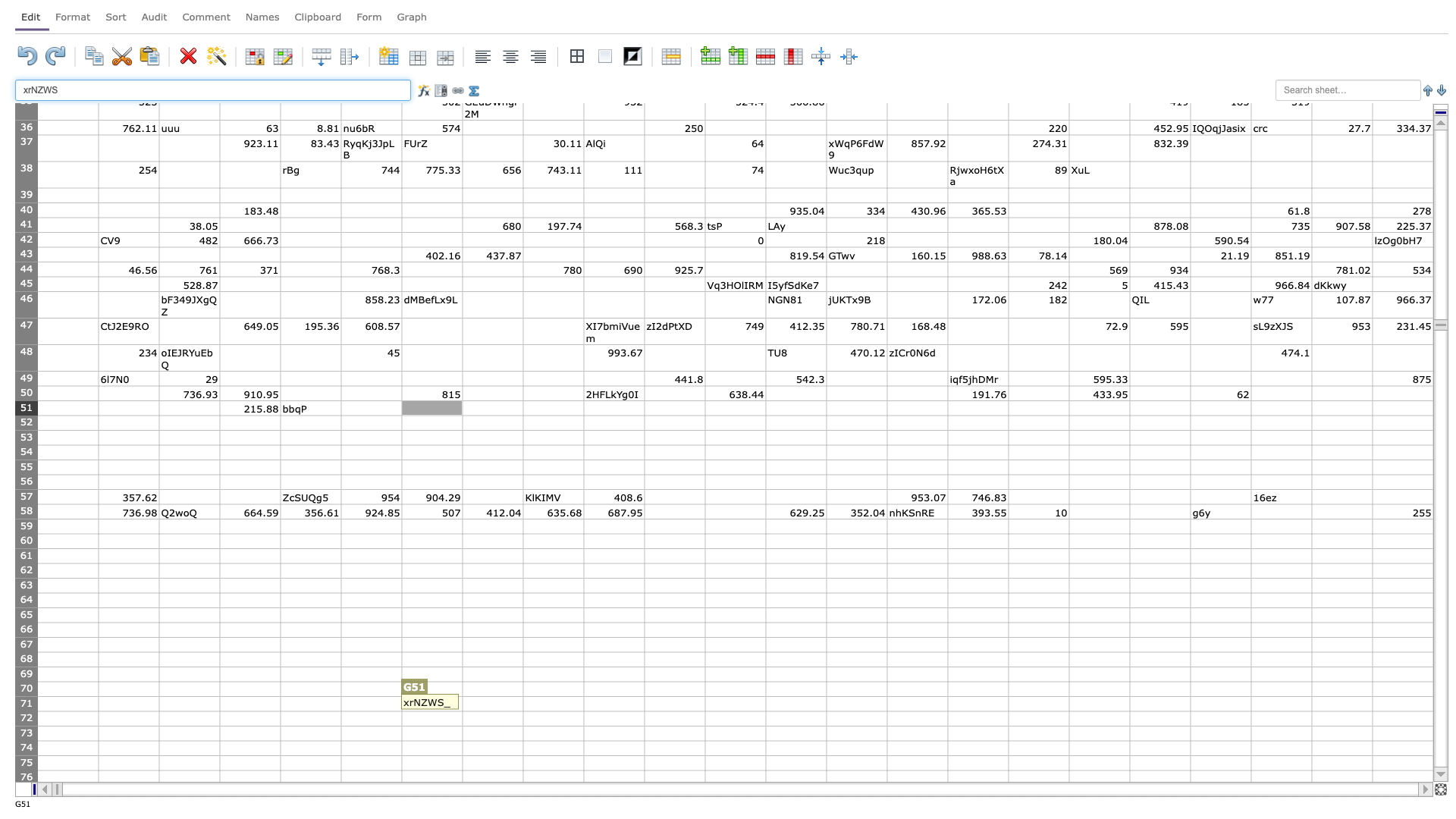 Image resolution: width=1456 pixels, height=819 pixels. I want to click on Bottom right corner of cell H-71, so click(523, 711).